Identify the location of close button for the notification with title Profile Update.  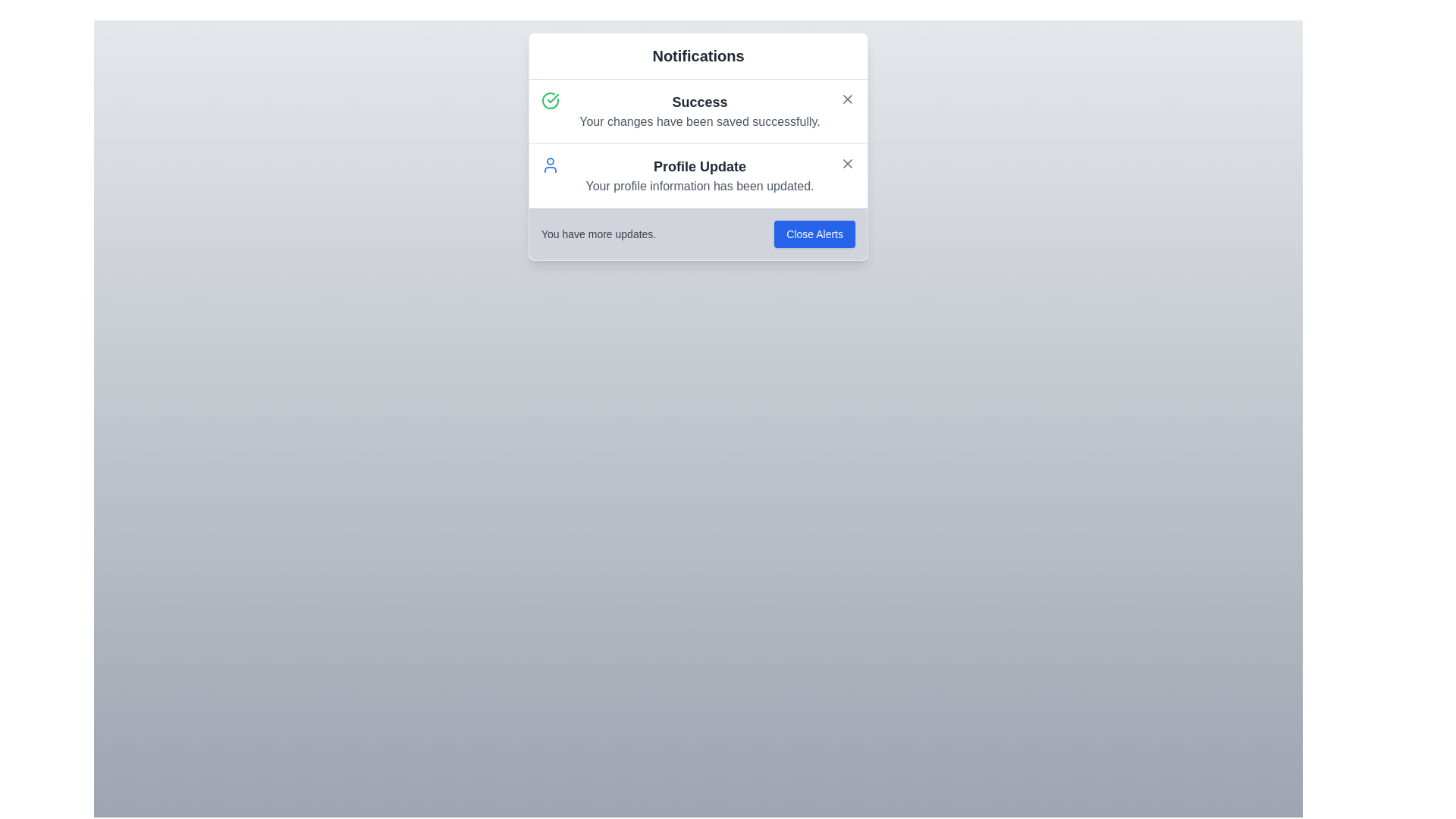
(847, 164).